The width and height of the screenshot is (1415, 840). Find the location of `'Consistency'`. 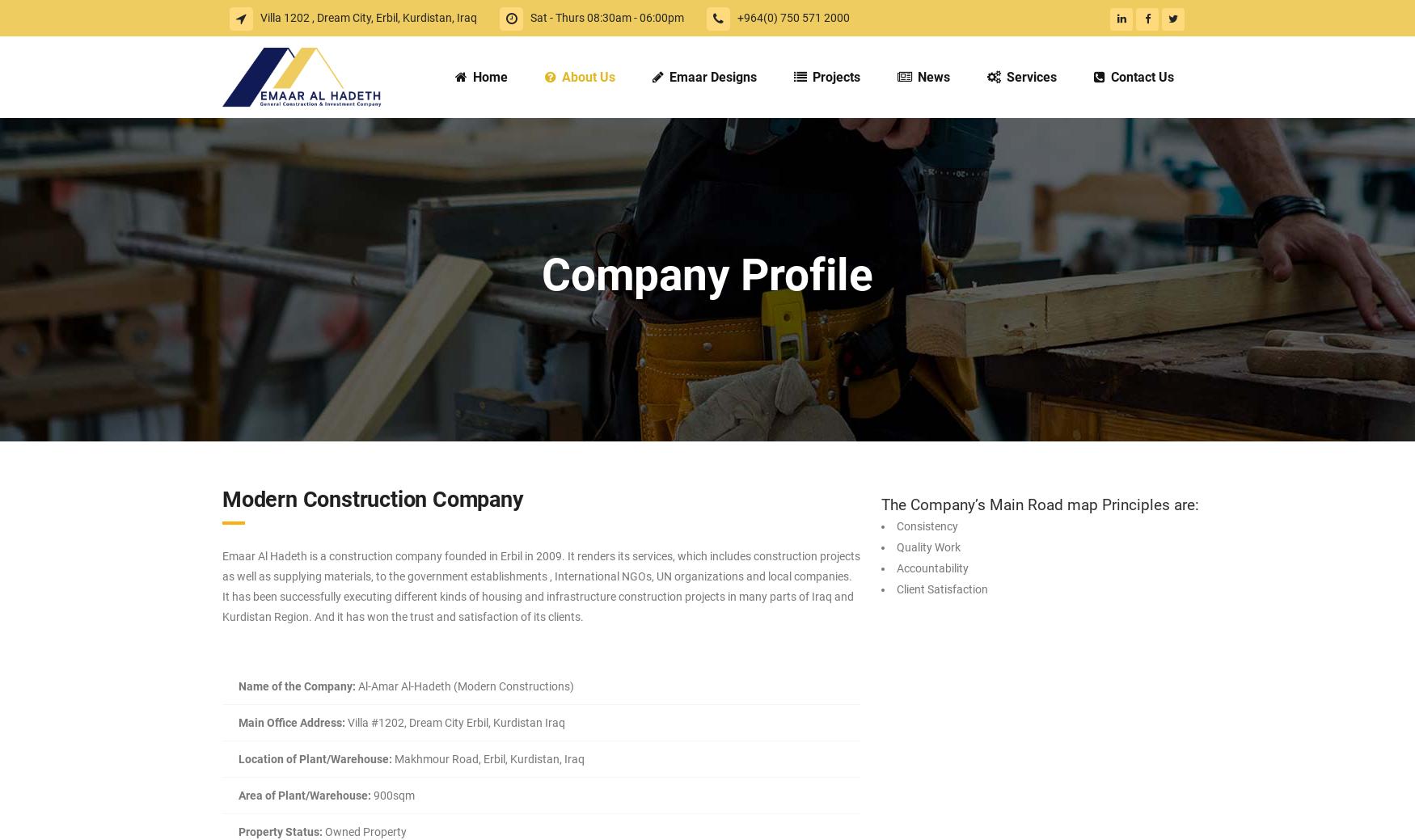

'Consistency' is located at coordinates (926, 526).